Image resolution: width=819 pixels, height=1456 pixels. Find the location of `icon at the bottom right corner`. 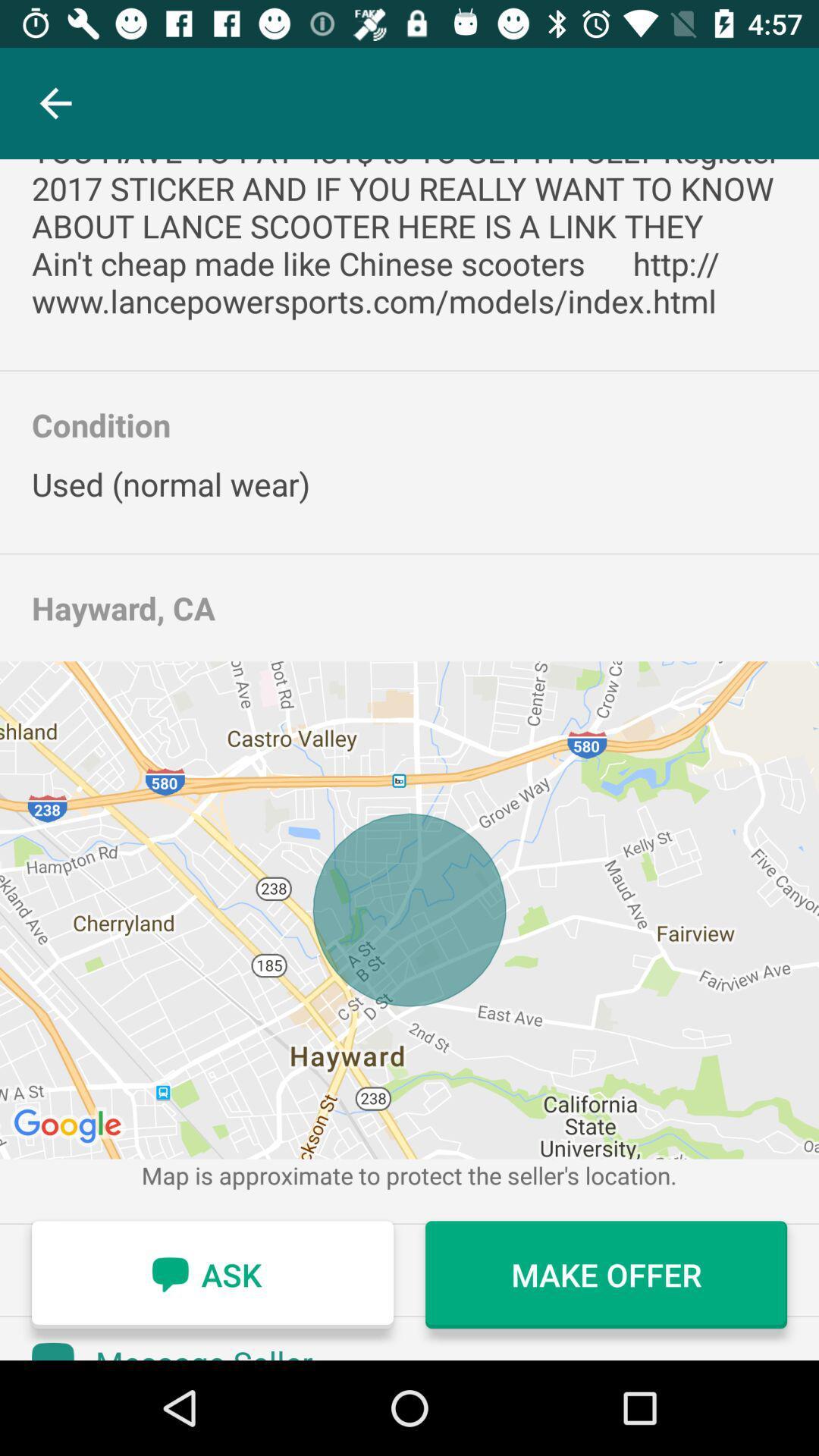

icon at the bottom right corner is located at coordinates (605, 1274).